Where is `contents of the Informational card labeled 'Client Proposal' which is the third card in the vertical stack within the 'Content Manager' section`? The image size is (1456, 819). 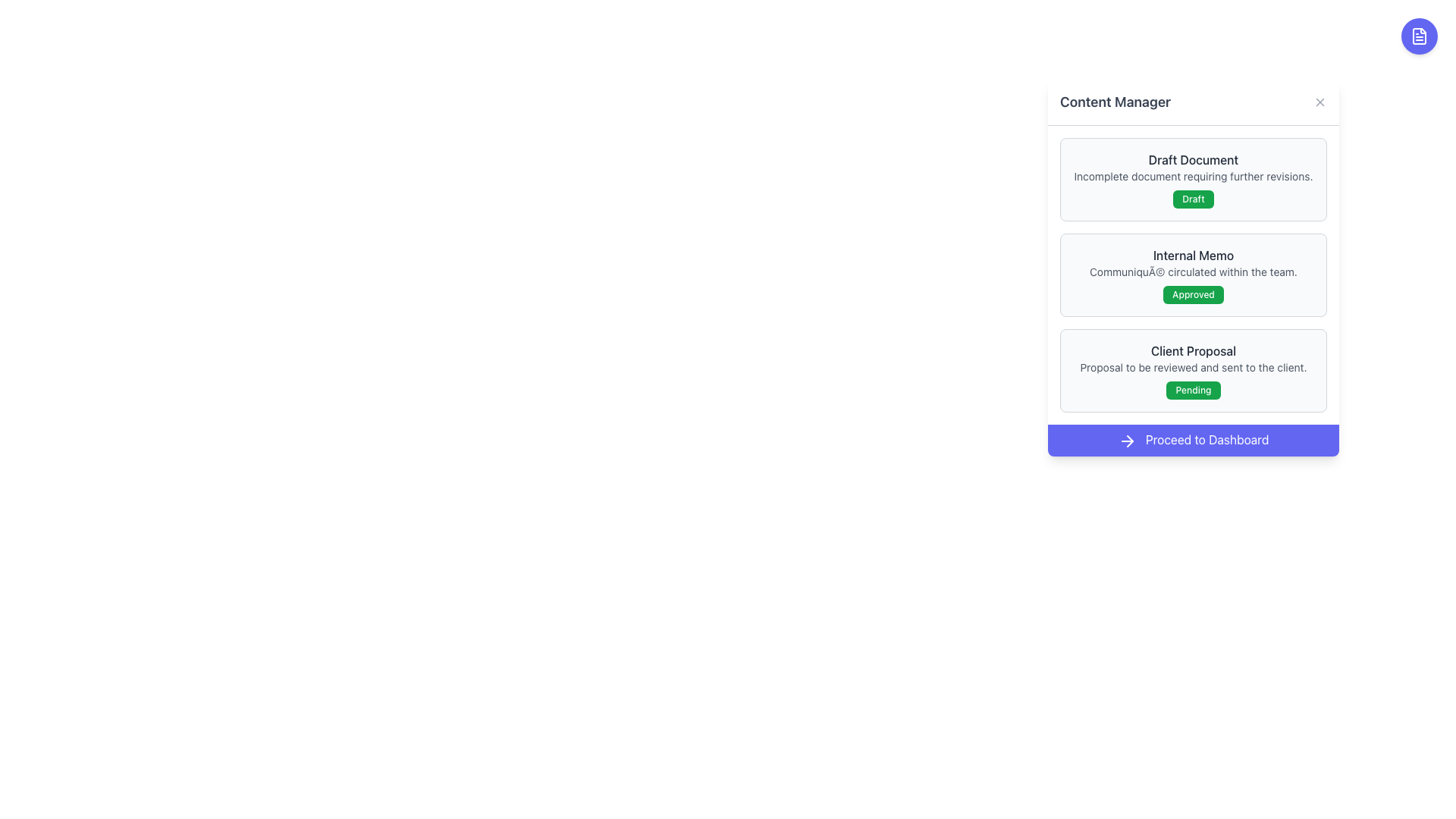
contents of the Informational card labeled 'Client Proposal' which is the third card in the vertical stack within the 'Content Manager' section is located at coordinates (1193, 371).